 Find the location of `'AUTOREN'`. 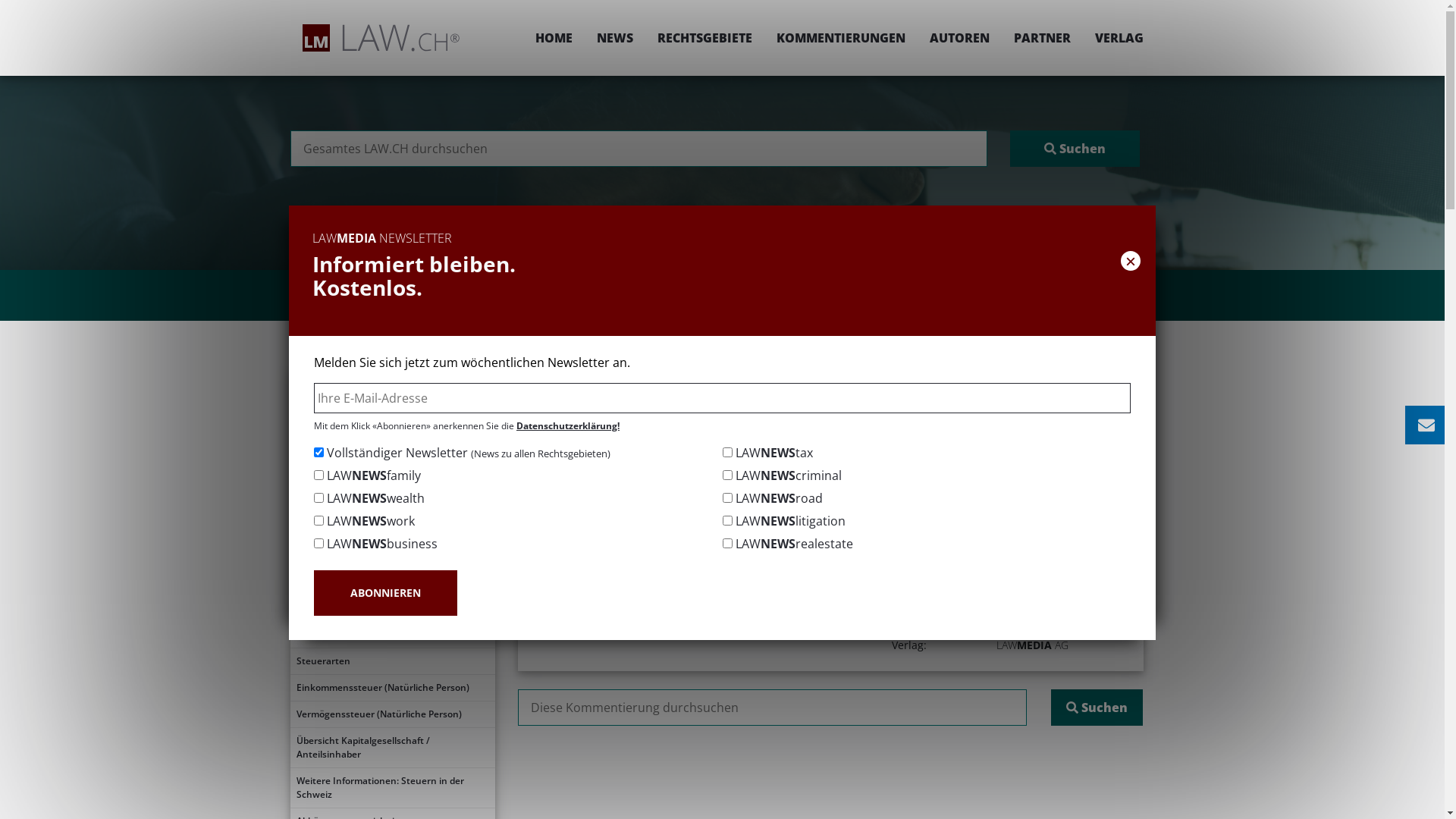

'AUTOREN' is located at coordinates (959, 37).